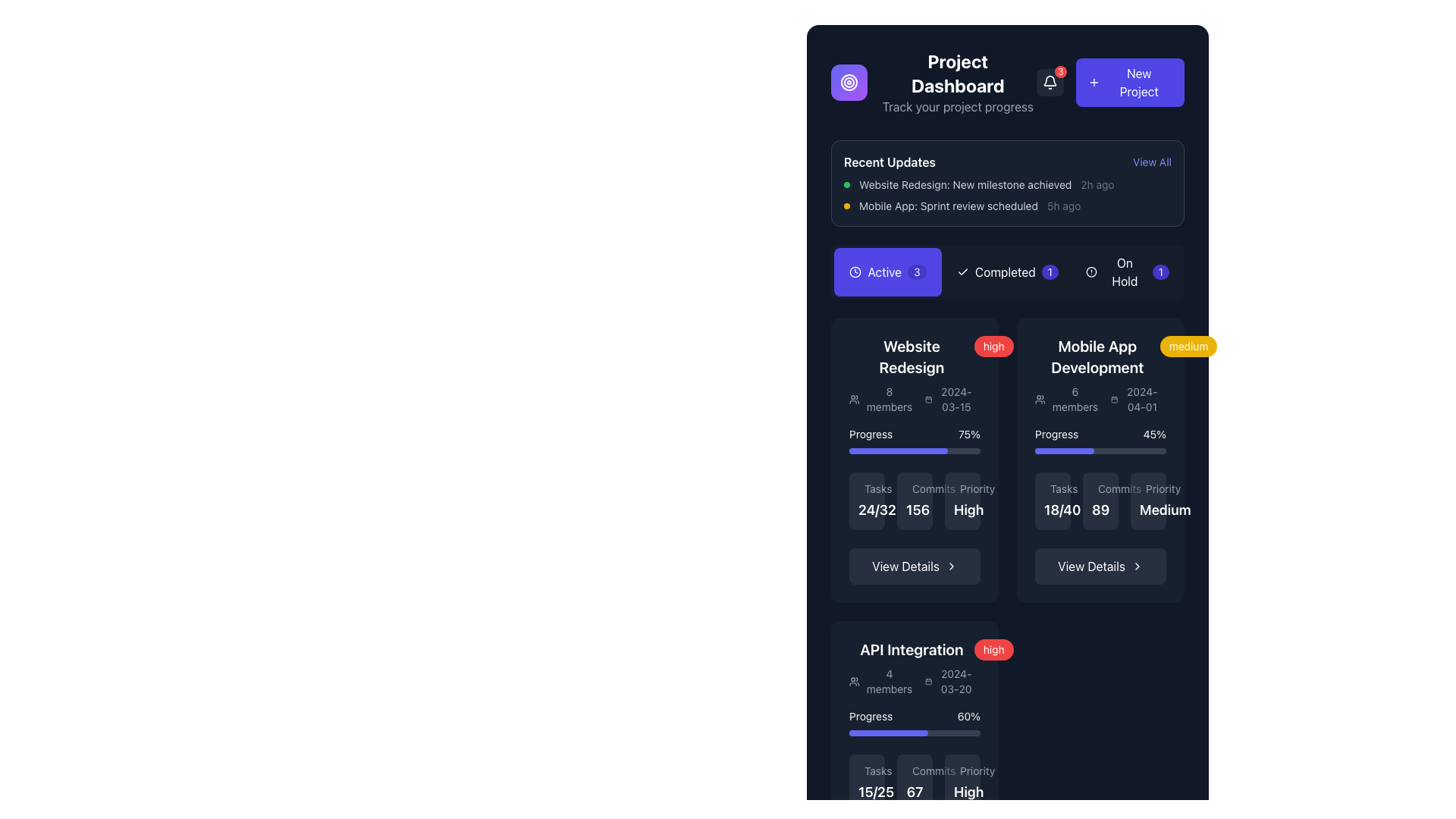  What do you see at coordinates (962, 271) in the screenshot?
I see `the checkmark icon located in the 'Completed' tab, positioned second from the left in the button group above the project cards` at bounding box center [962, 271].